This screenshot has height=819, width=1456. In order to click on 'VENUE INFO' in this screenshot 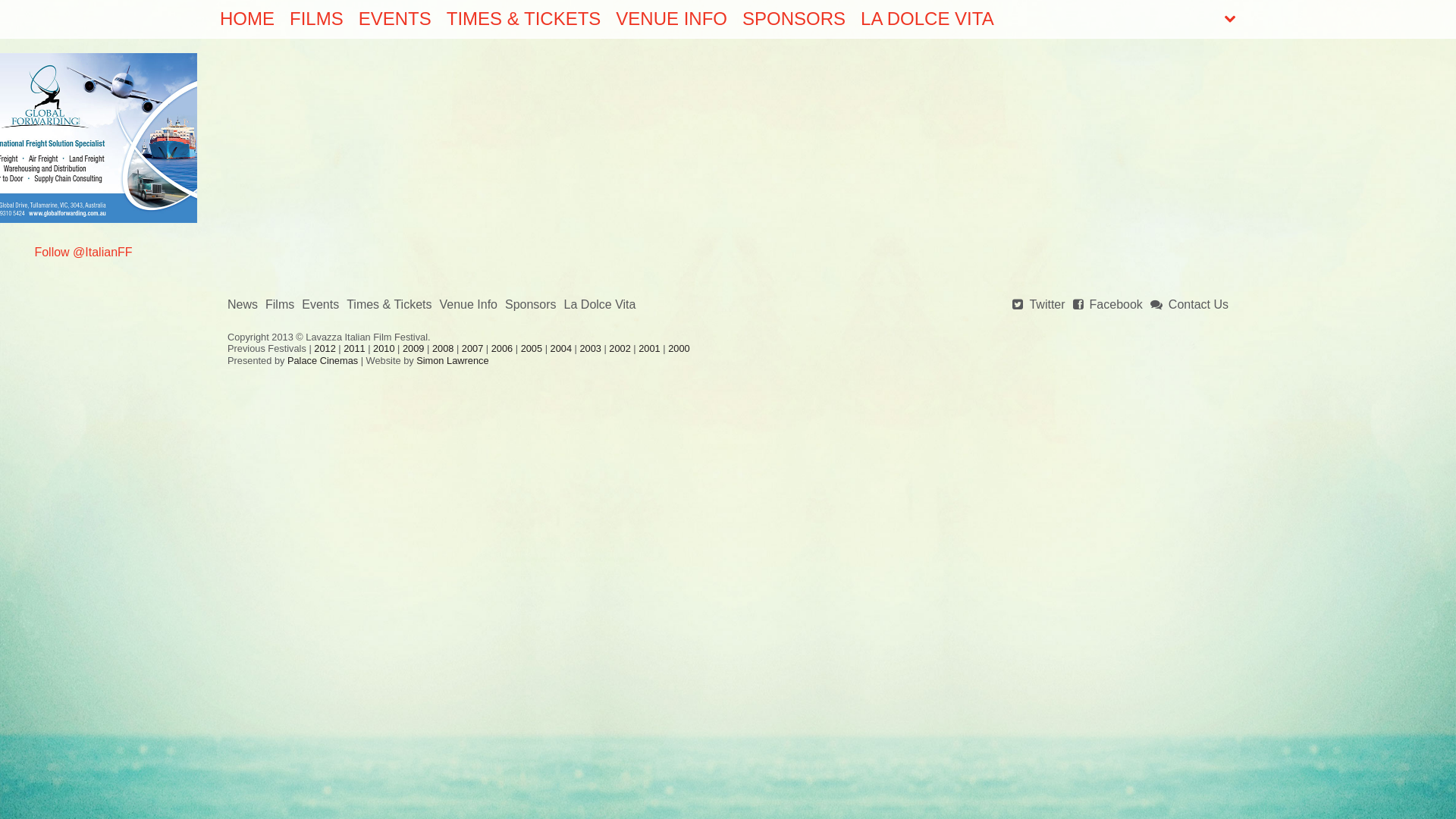, I will do `click(670, 18)`.